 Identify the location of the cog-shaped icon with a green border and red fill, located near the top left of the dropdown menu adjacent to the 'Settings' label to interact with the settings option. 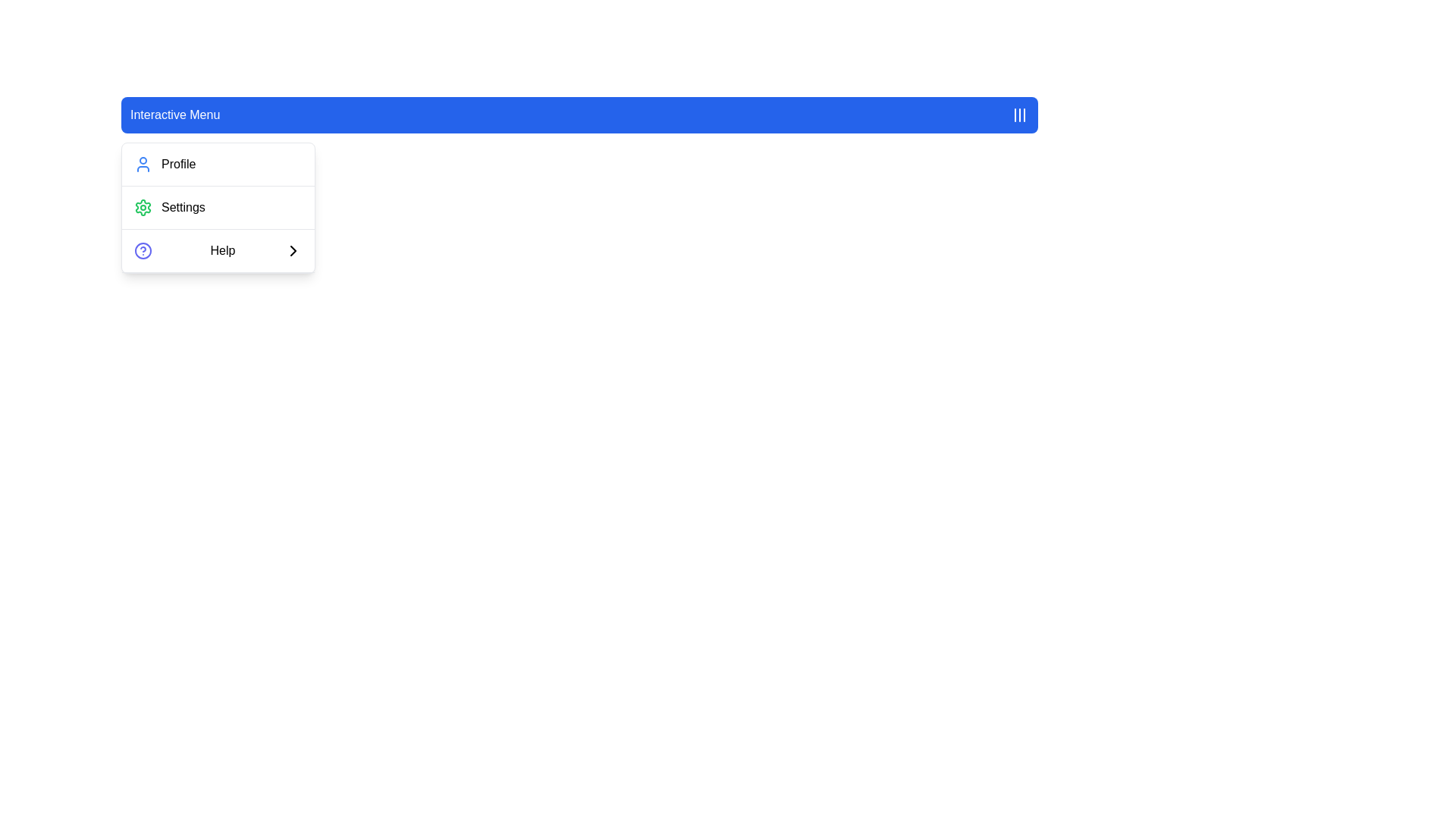
(143, 207).